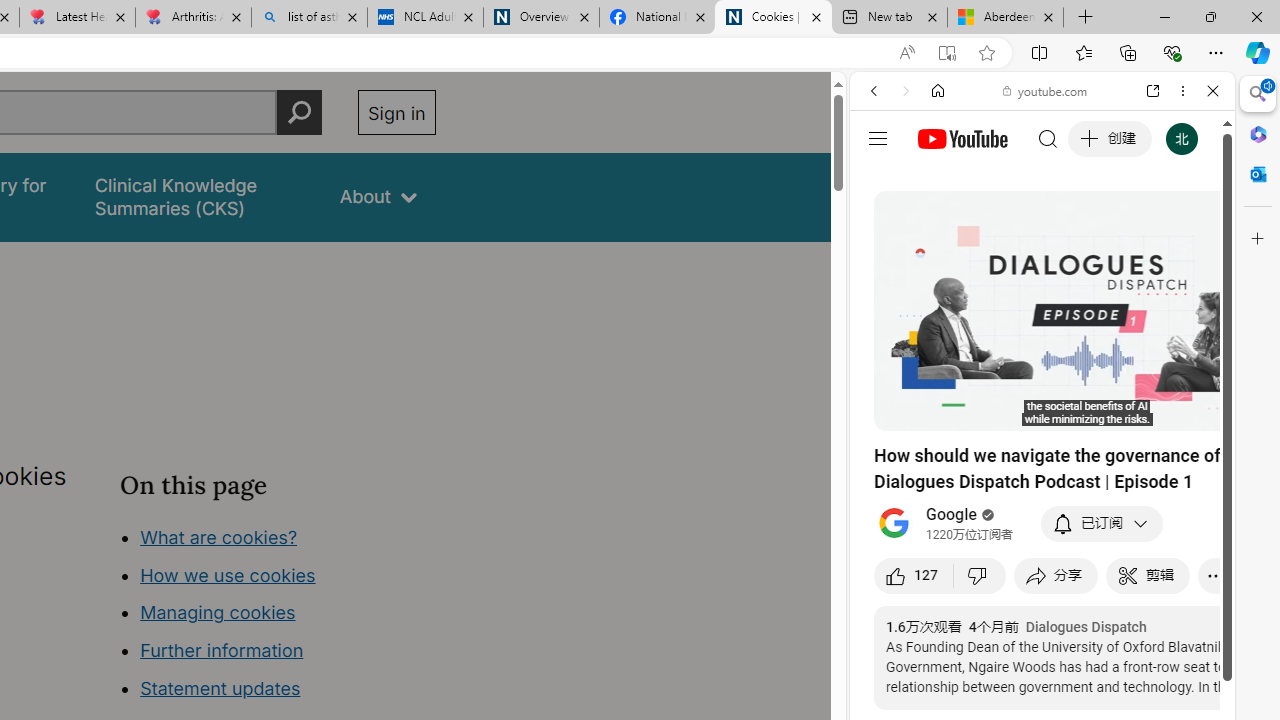 This screenshot has width=1280, height=720. What do you see at coordinates (227, 574) in the screenshot?
I see `'How we use cookies'` at bounding box center [227, 574].